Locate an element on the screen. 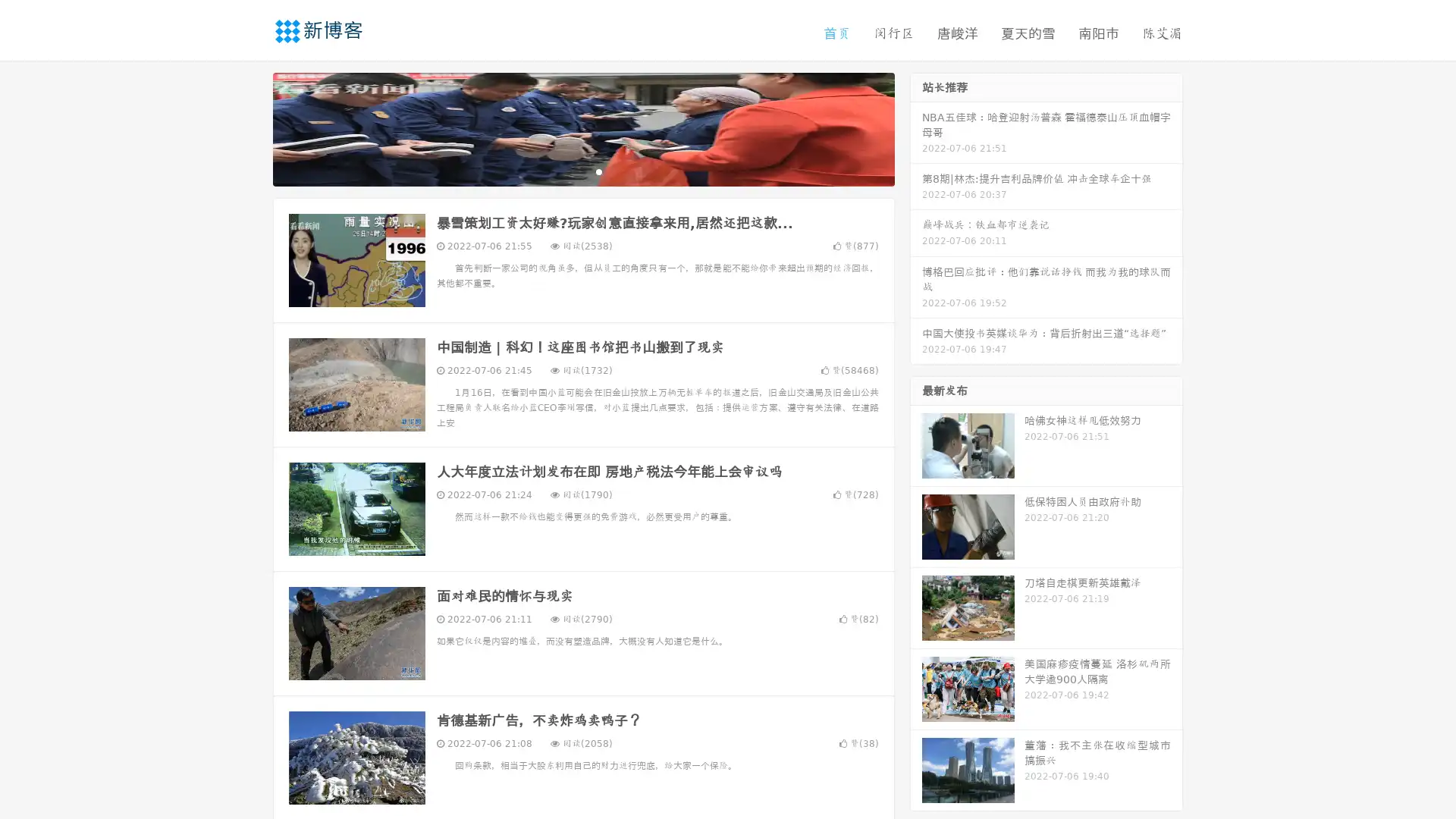 The image size is (1456, 819). Go to slide 3 is located at coordinates (598, 171).